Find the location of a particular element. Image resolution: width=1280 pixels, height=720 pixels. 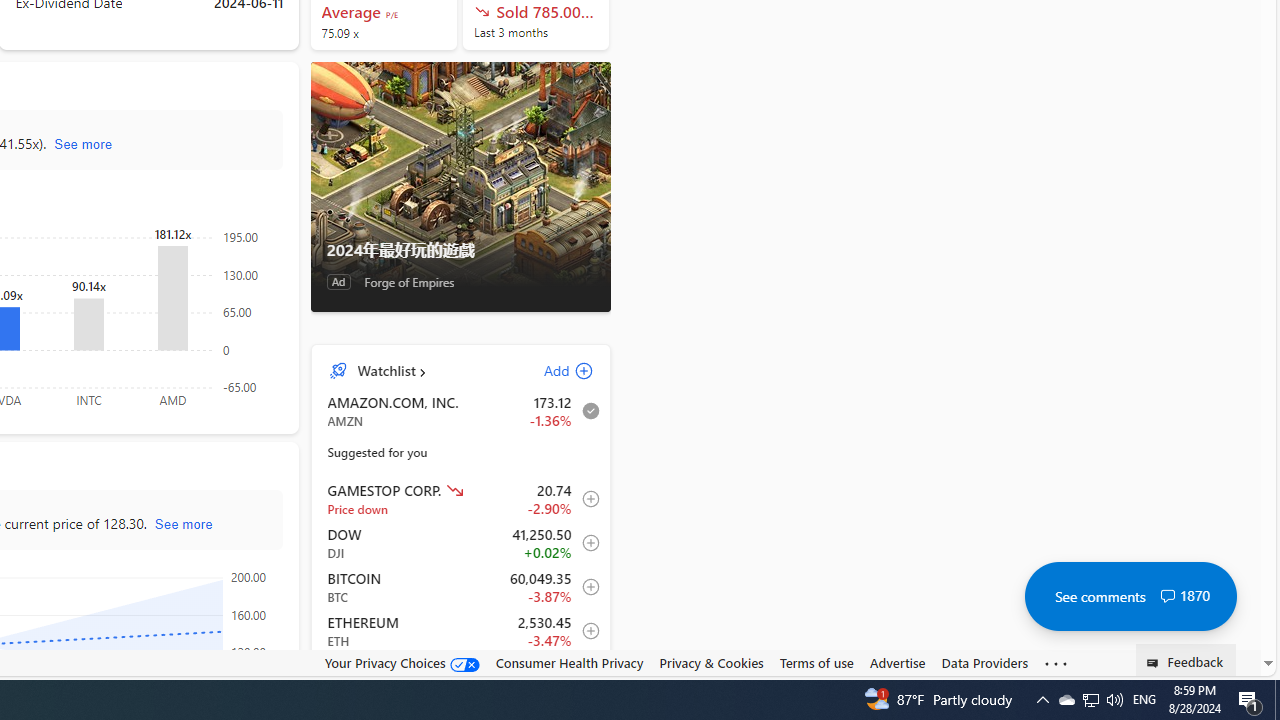

'Class: oneFooter_seeMore-DS-EntryPoint1-1' is located at coordinates (1055, 663).